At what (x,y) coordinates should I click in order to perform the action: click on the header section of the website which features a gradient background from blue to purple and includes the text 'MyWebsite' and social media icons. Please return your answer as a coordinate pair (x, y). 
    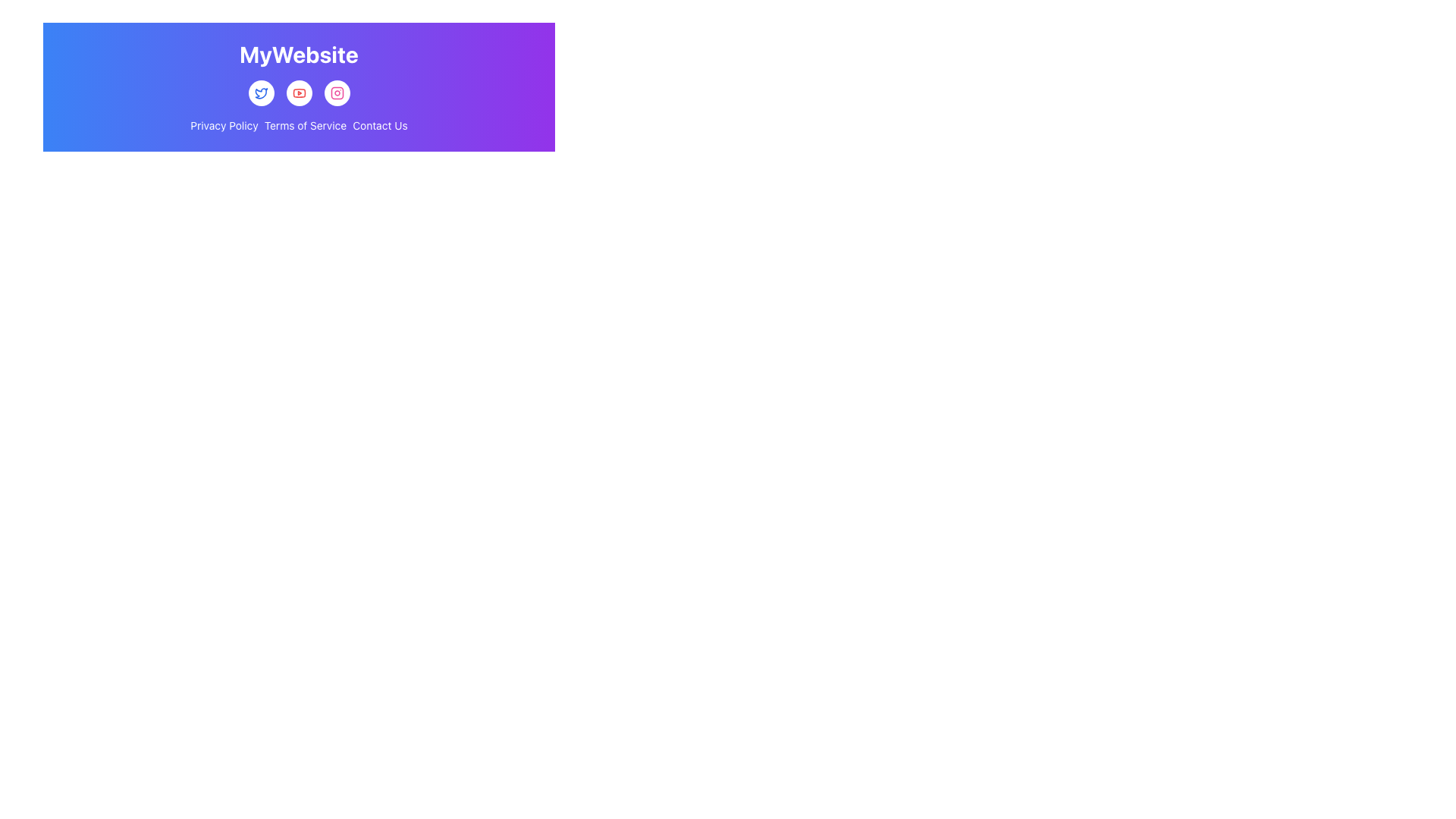
    Looking at the image, I should click on (299, 87).